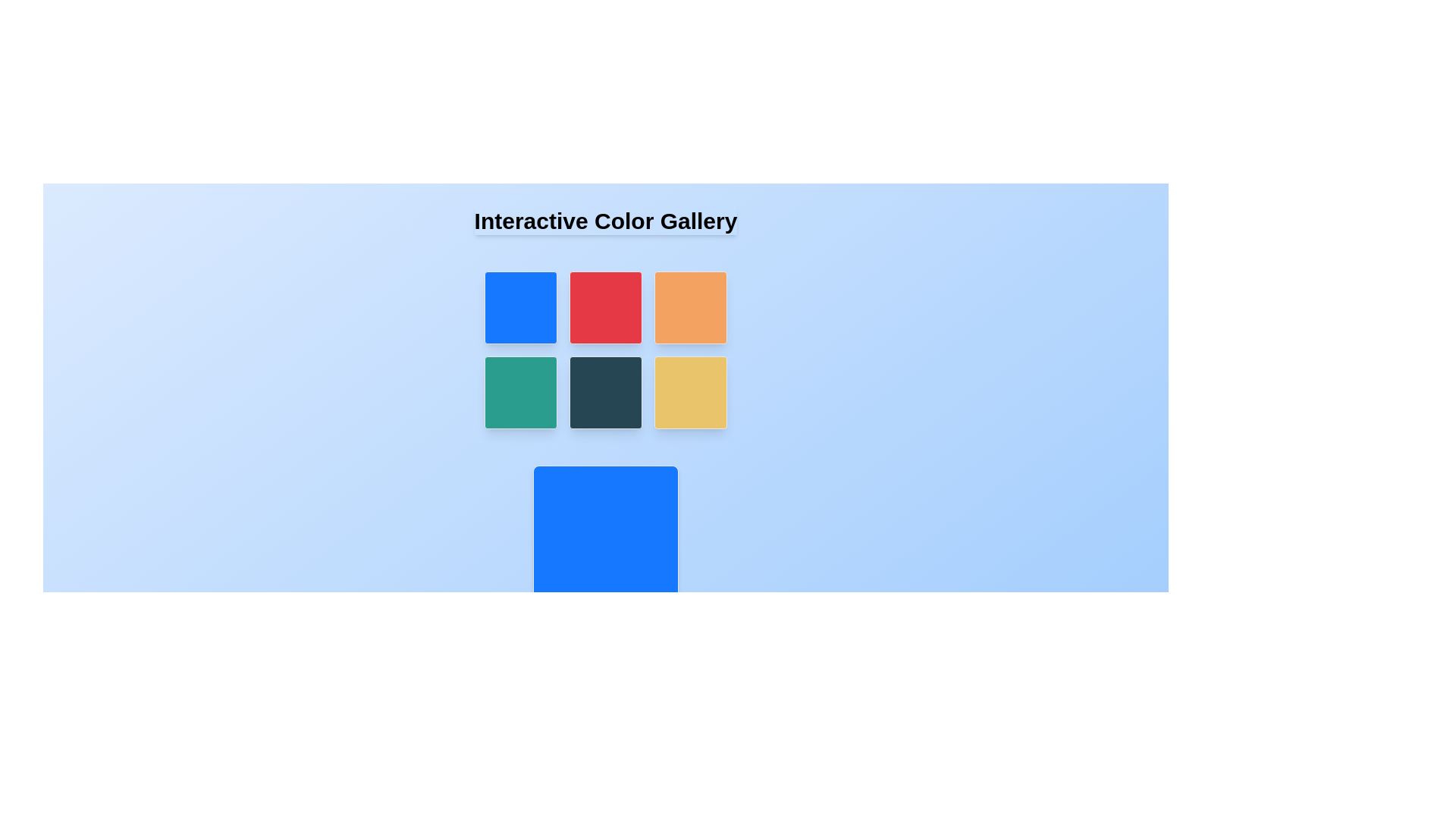  What do you see at coordinates (690, 307) in the screenshot?
I see `the interactive square button located in the top-right corner of a grid, specifically the third position in the top row` at bounding box center [690, 307].